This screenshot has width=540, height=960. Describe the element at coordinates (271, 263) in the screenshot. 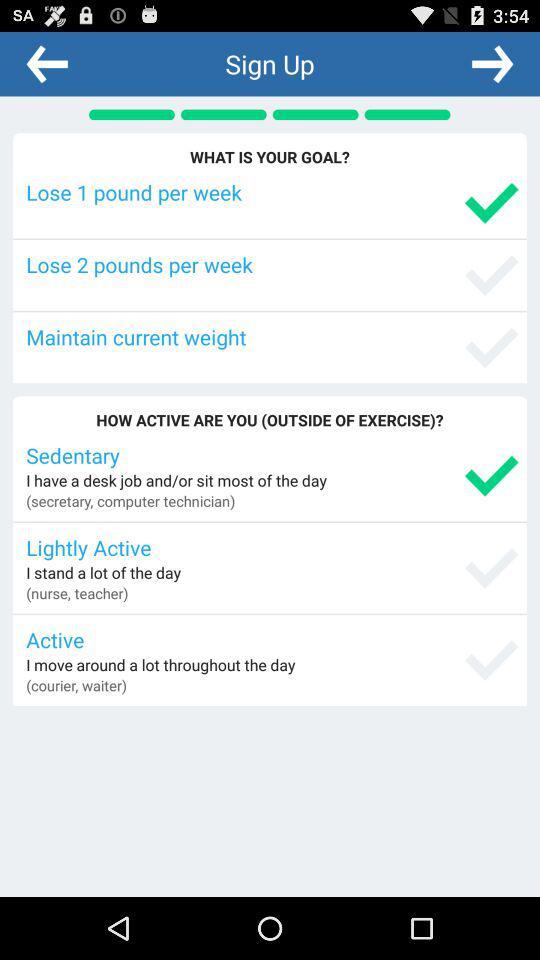

I see `the lose 2 pounds` at that location.